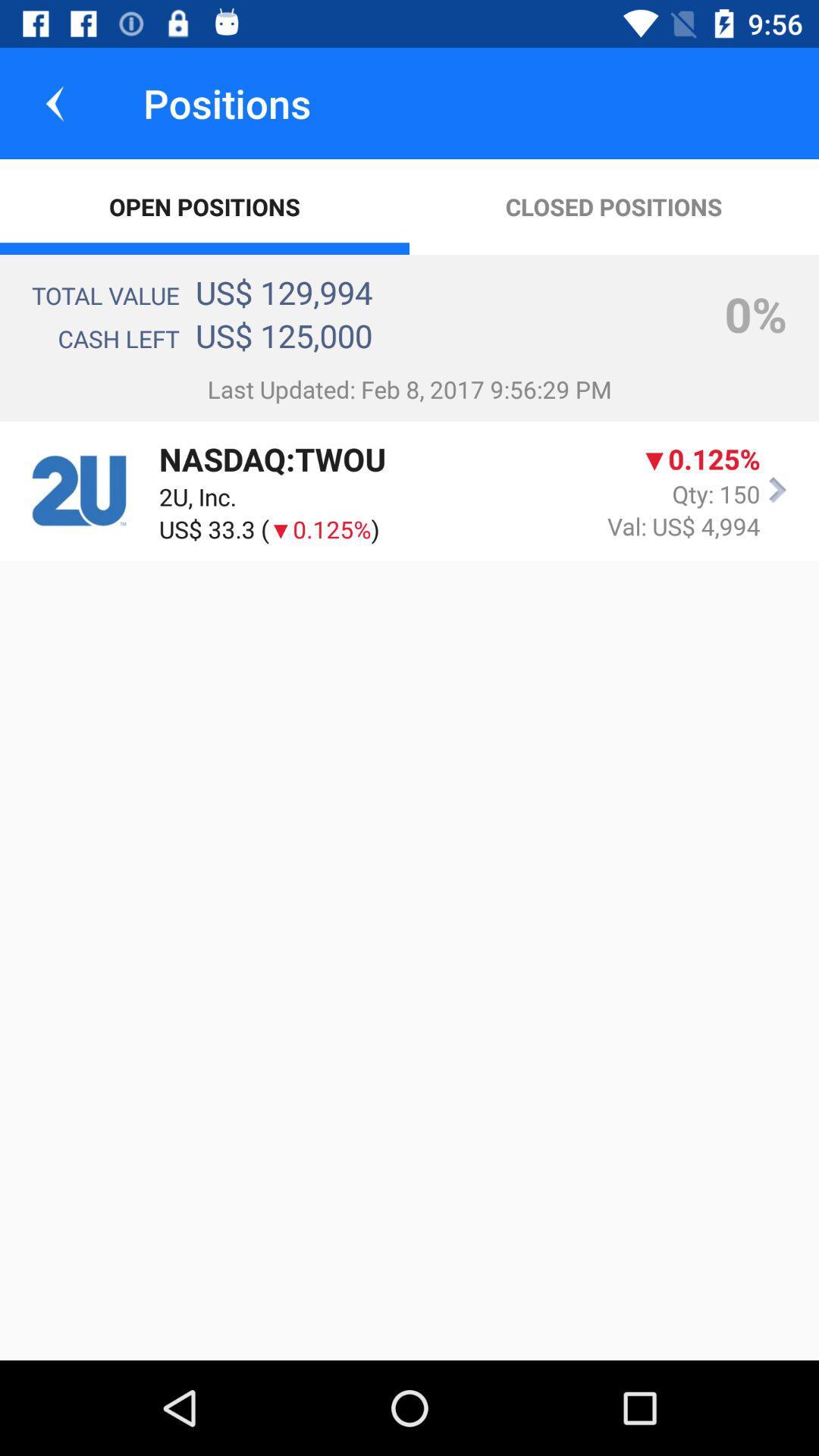 The height and width of the screenshot is (1456, 819). What do you see at coordinates (55, 102) in the screenshot?
I see `item above the open positions` at bounding box center [55, 102].